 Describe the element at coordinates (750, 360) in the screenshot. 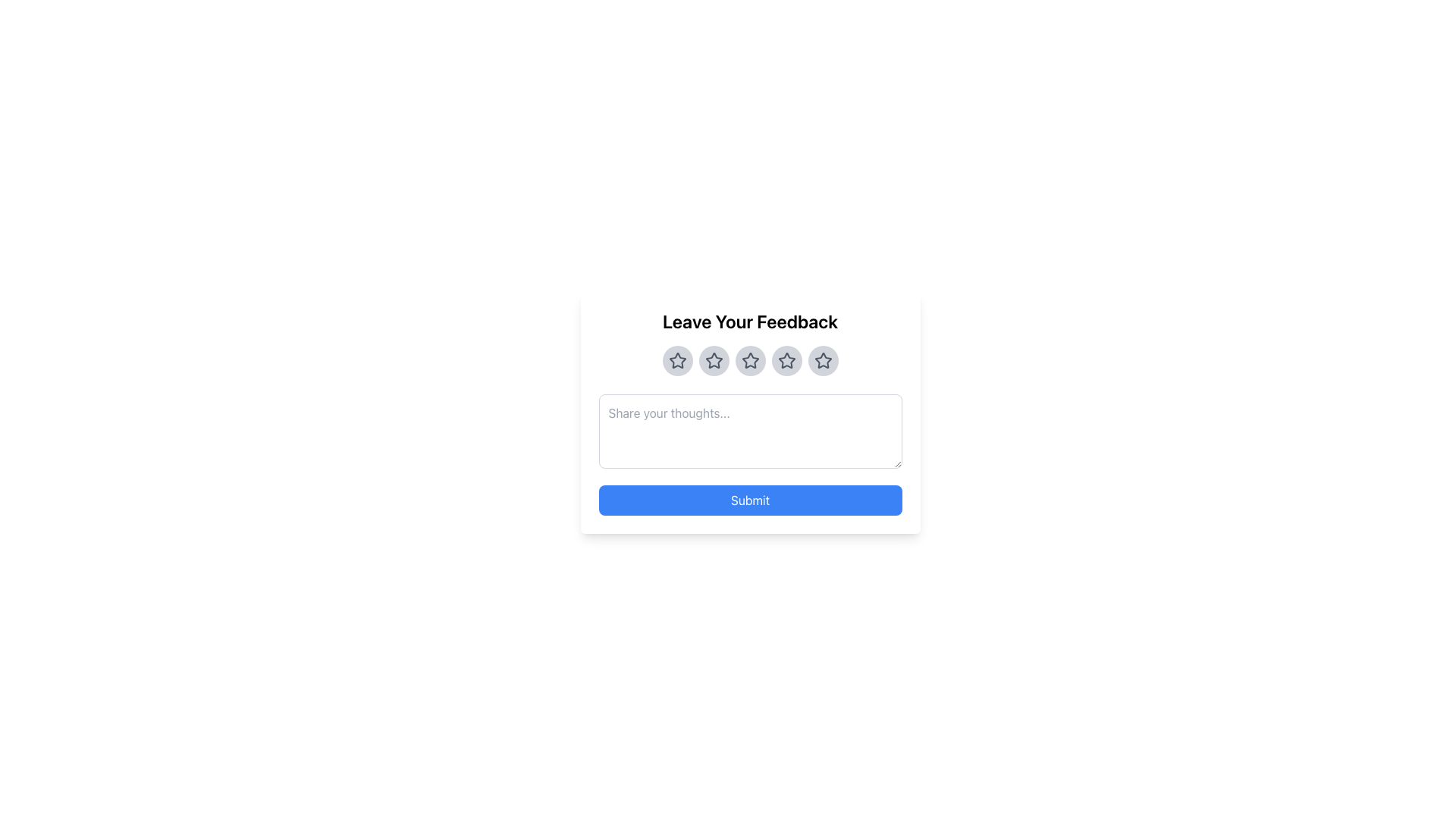

I see `the third star icon in the rating section` at that location.